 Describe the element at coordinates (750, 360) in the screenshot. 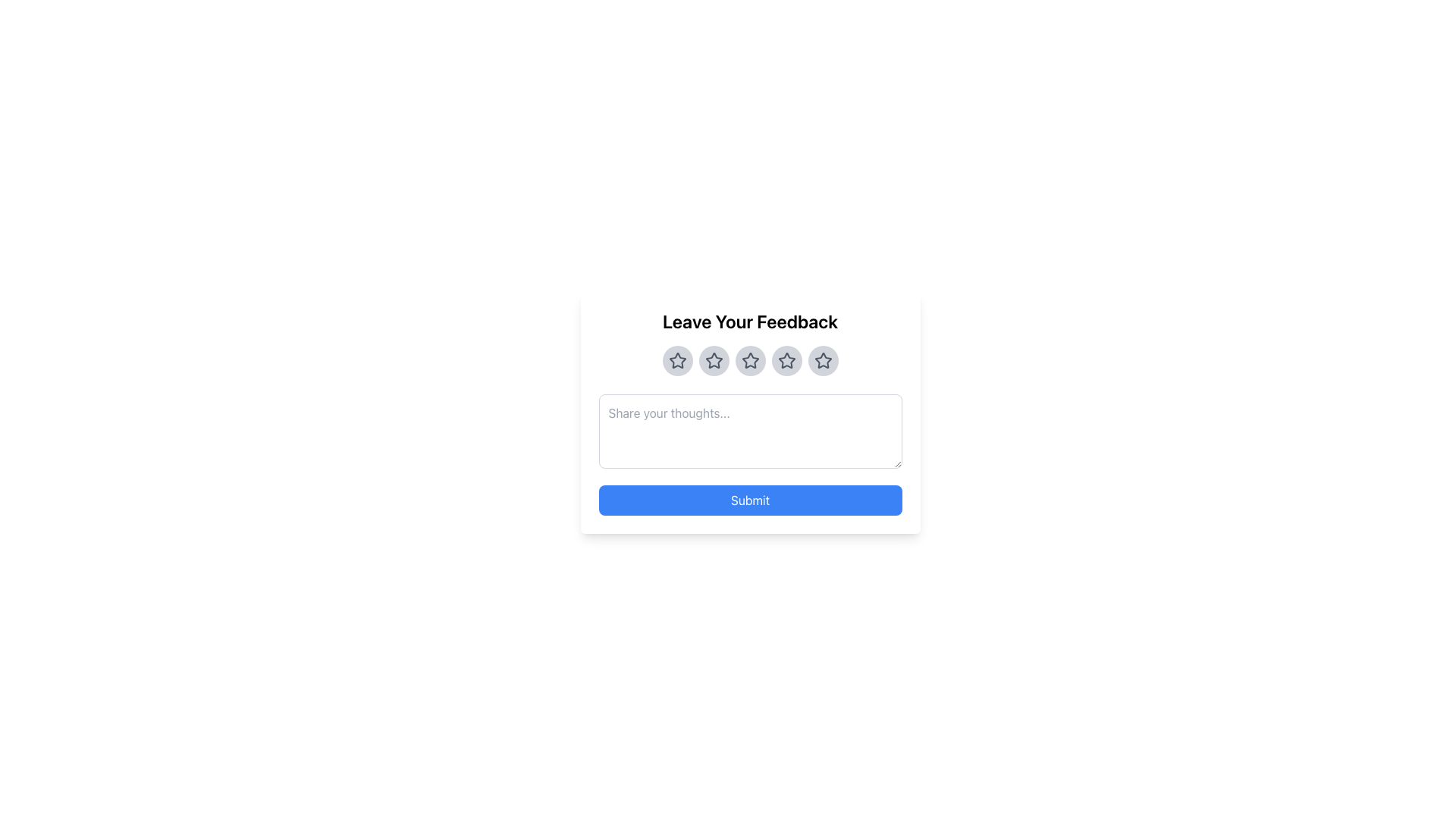

I see `the third star icon in the rating section` at that location.